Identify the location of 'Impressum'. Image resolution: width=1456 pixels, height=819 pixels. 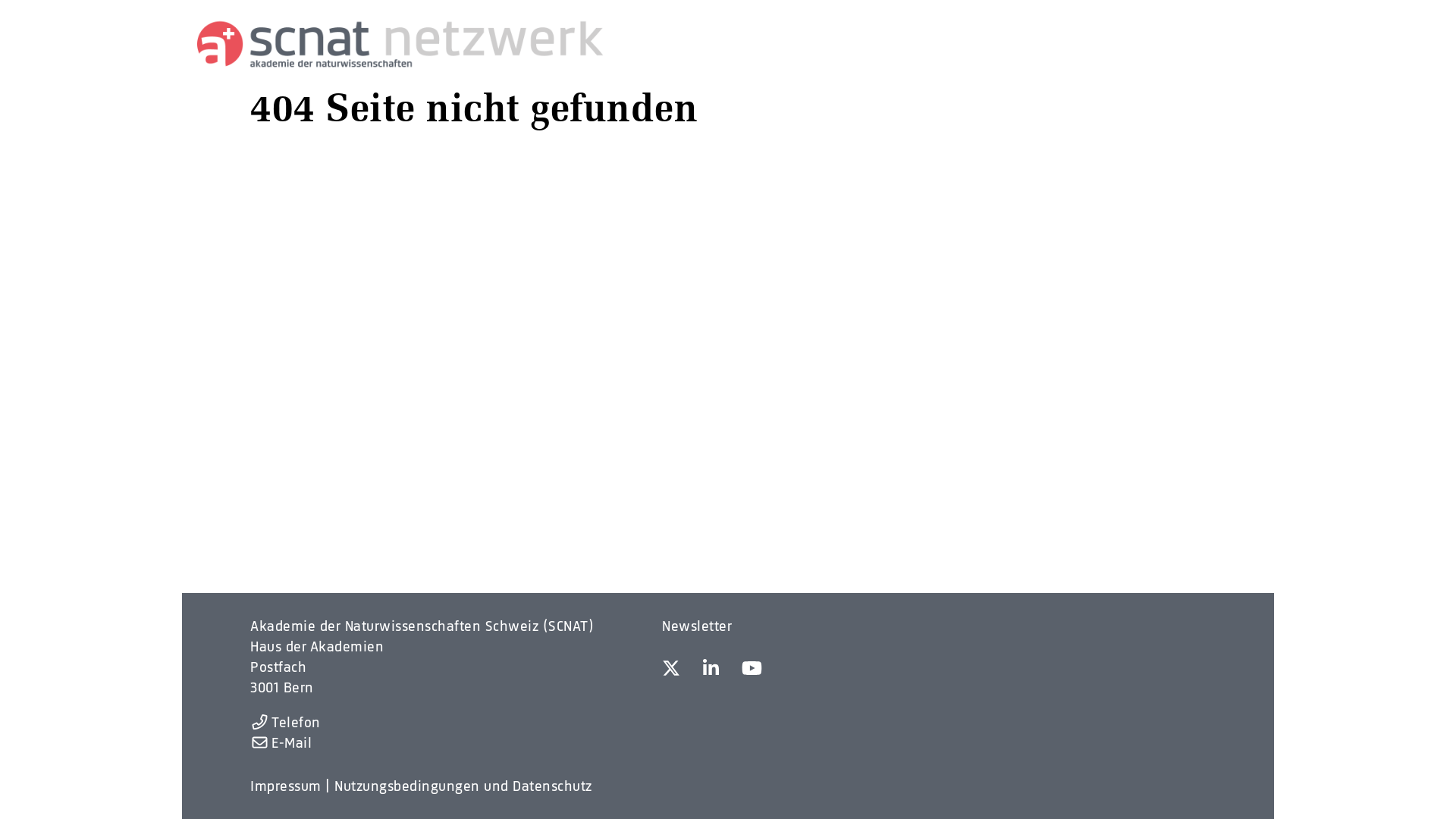
(286, 785).